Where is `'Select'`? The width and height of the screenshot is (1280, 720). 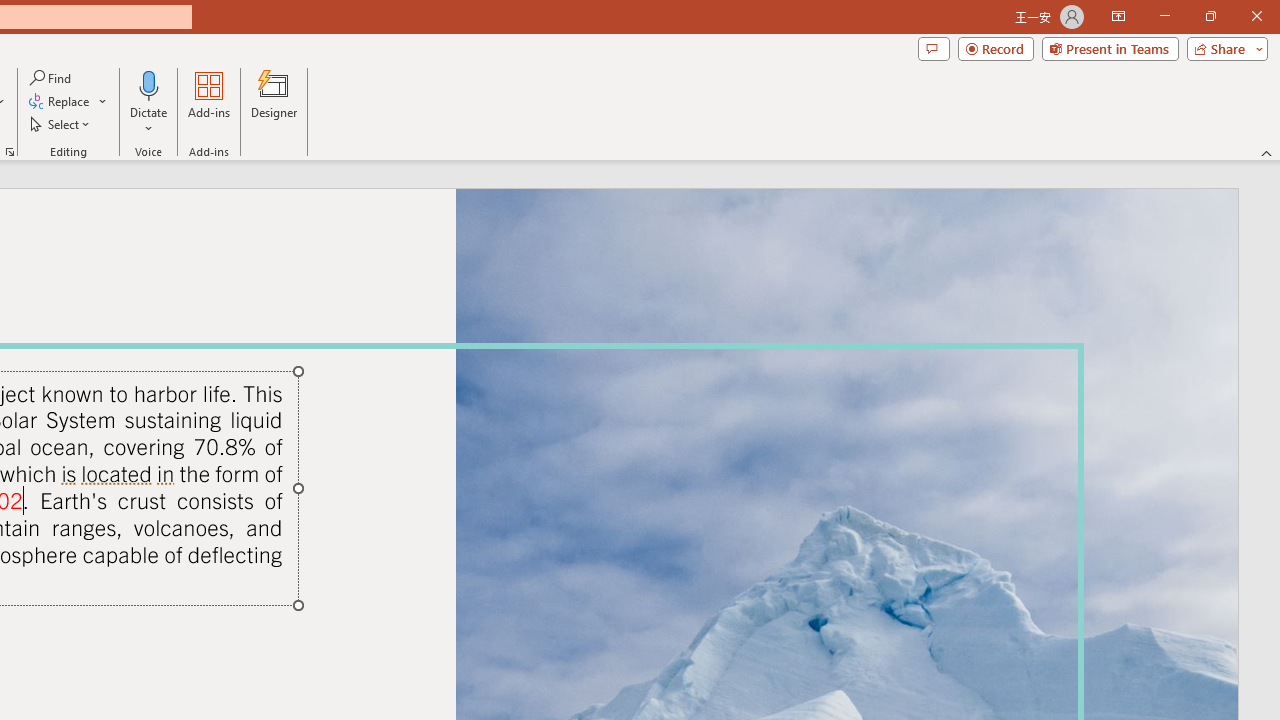 'Select' is located at coordinates (61, 124).